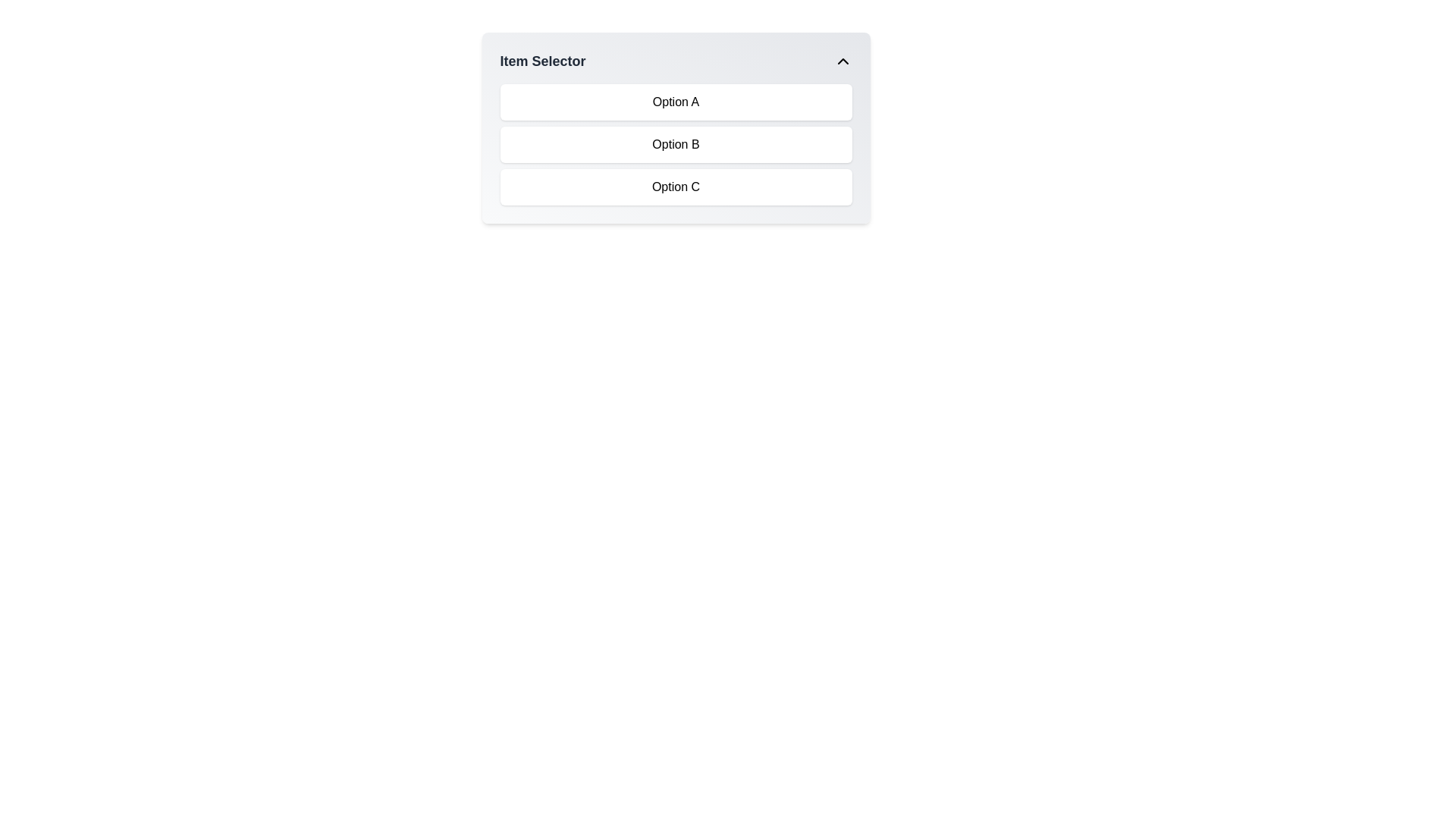 This screenshot has height=819, width=1456. I want to click on the 'Option C' button in the third row of the 'Item Selector' list, so click(675, 186).